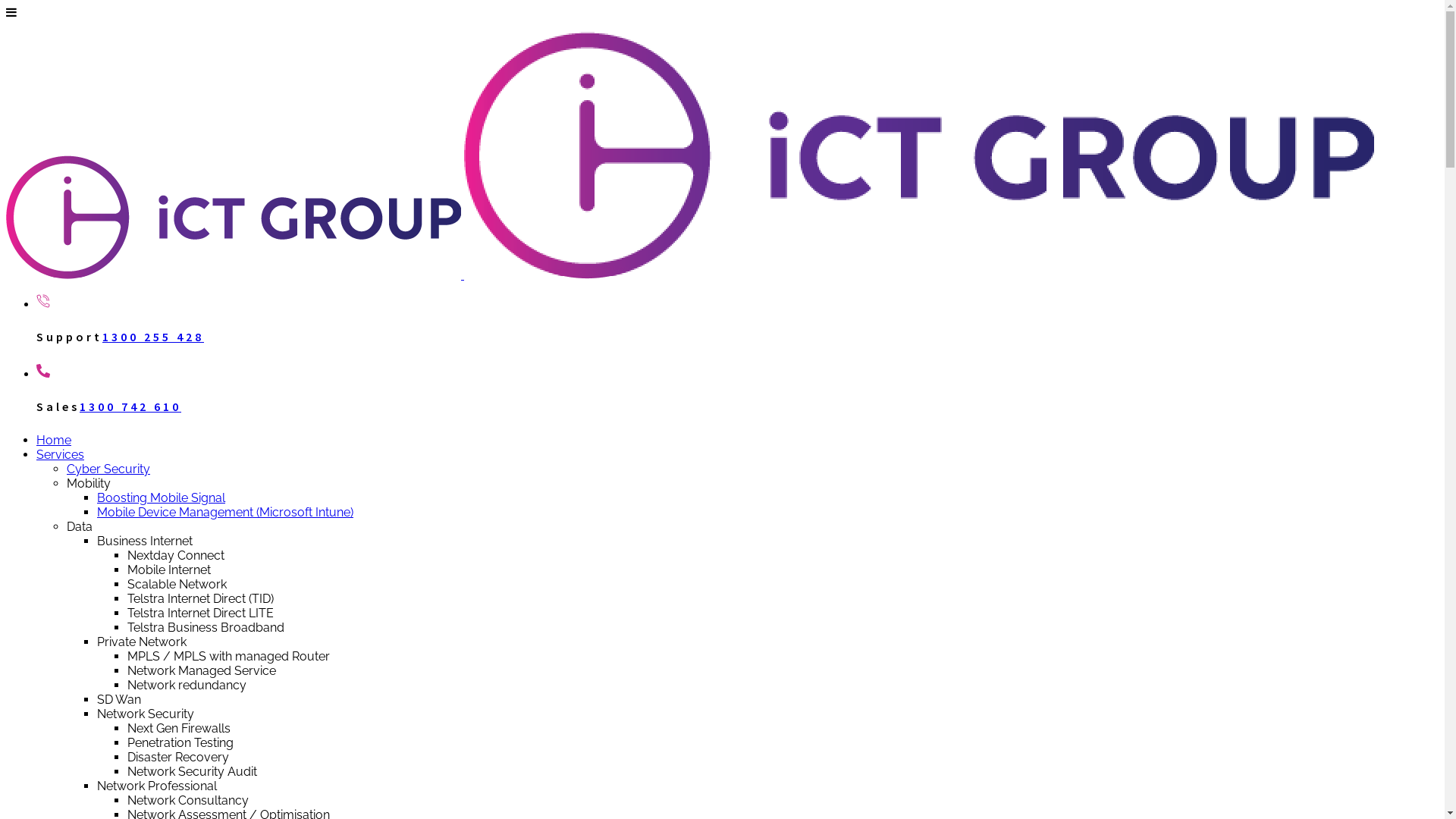 This screenshot has height=819, width=1456. Describe the element at coordinates (205, 627) in the screenshot. I see `'Telstra Business Broadband'` at that location.